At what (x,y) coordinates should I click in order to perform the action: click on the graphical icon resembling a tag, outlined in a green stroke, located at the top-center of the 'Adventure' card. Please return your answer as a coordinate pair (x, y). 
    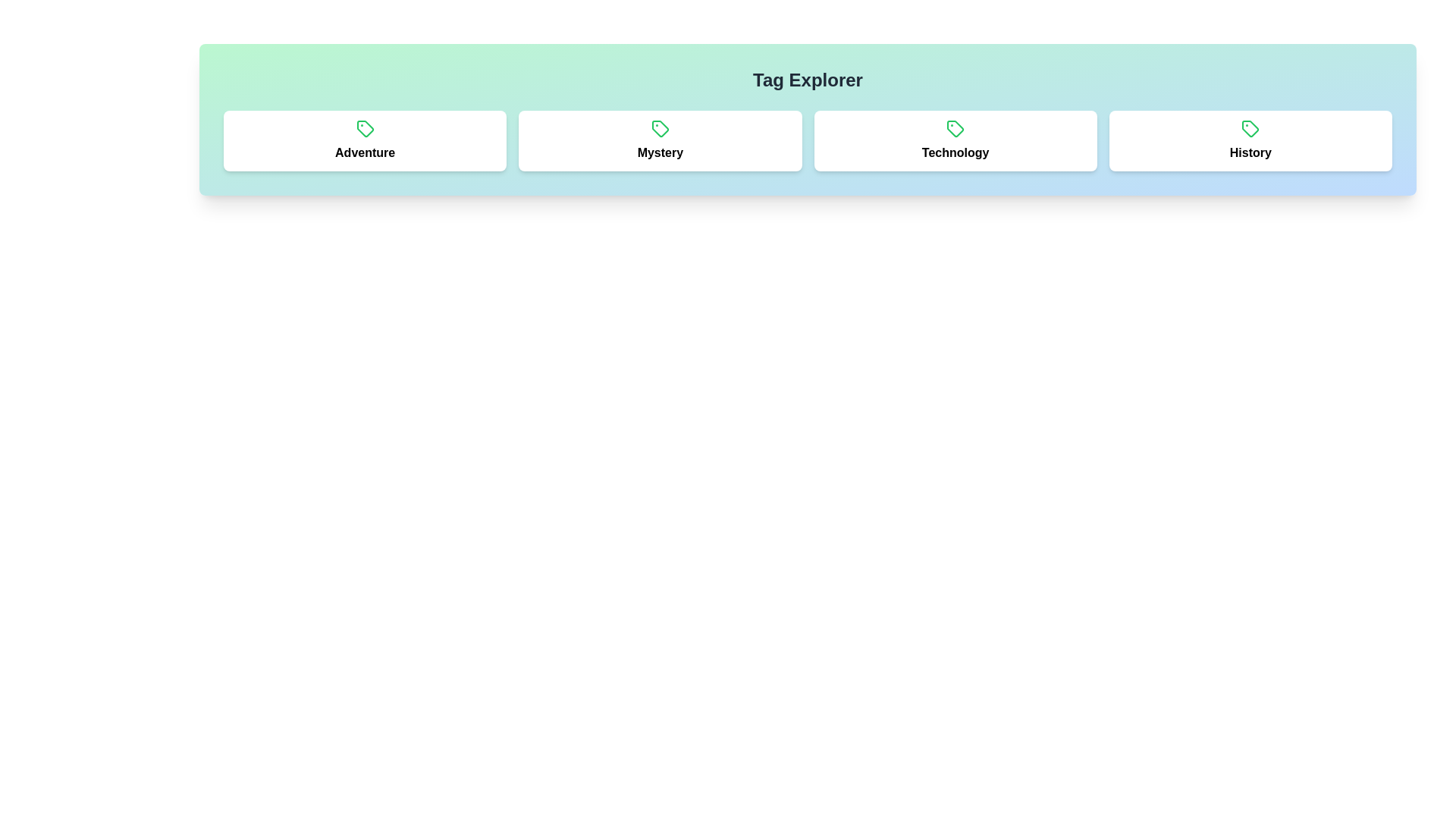
    Looking at the image, I should click on (365, 127).